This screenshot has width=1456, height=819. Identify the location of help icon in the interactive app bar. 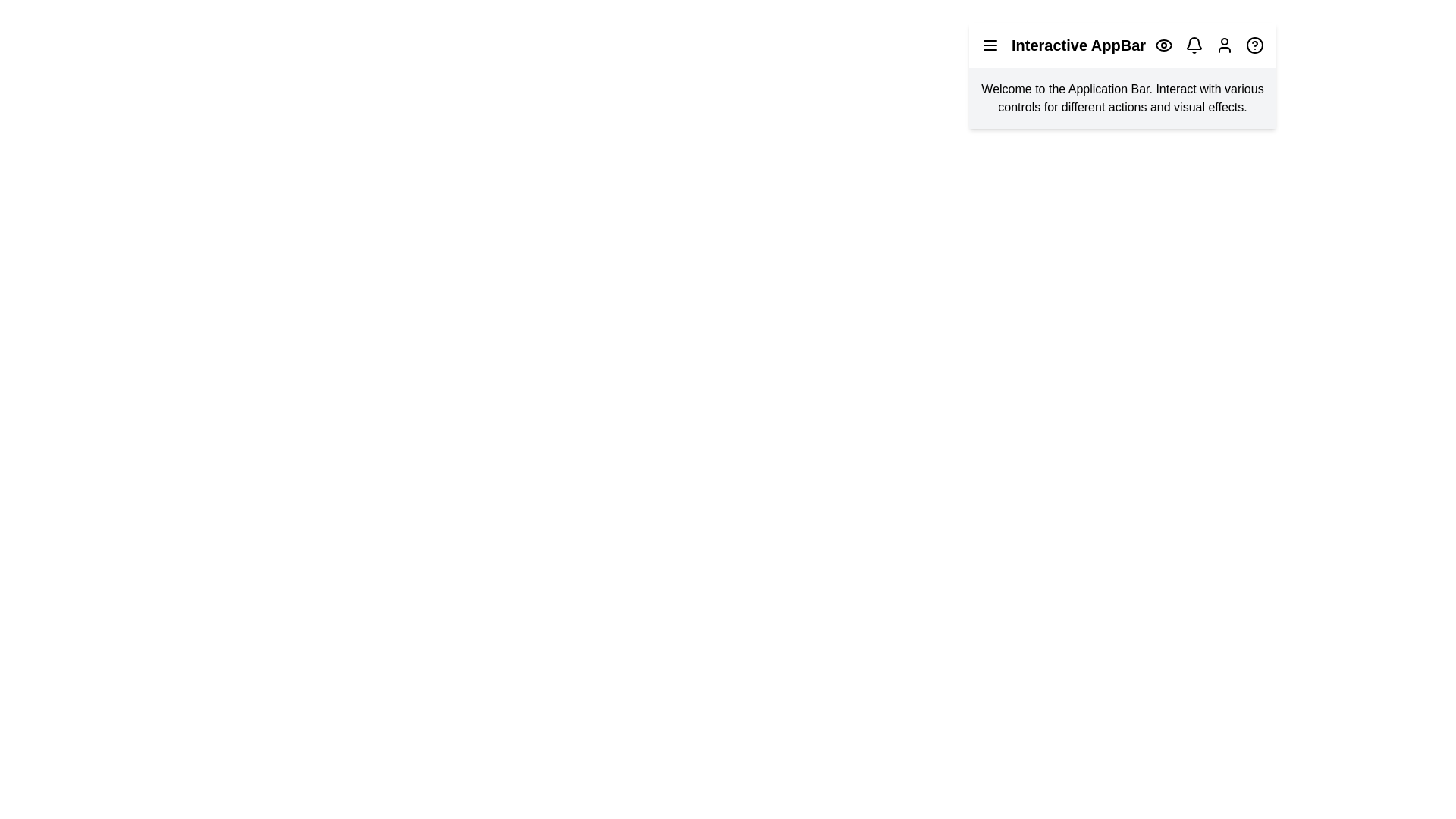
(1255, 45).